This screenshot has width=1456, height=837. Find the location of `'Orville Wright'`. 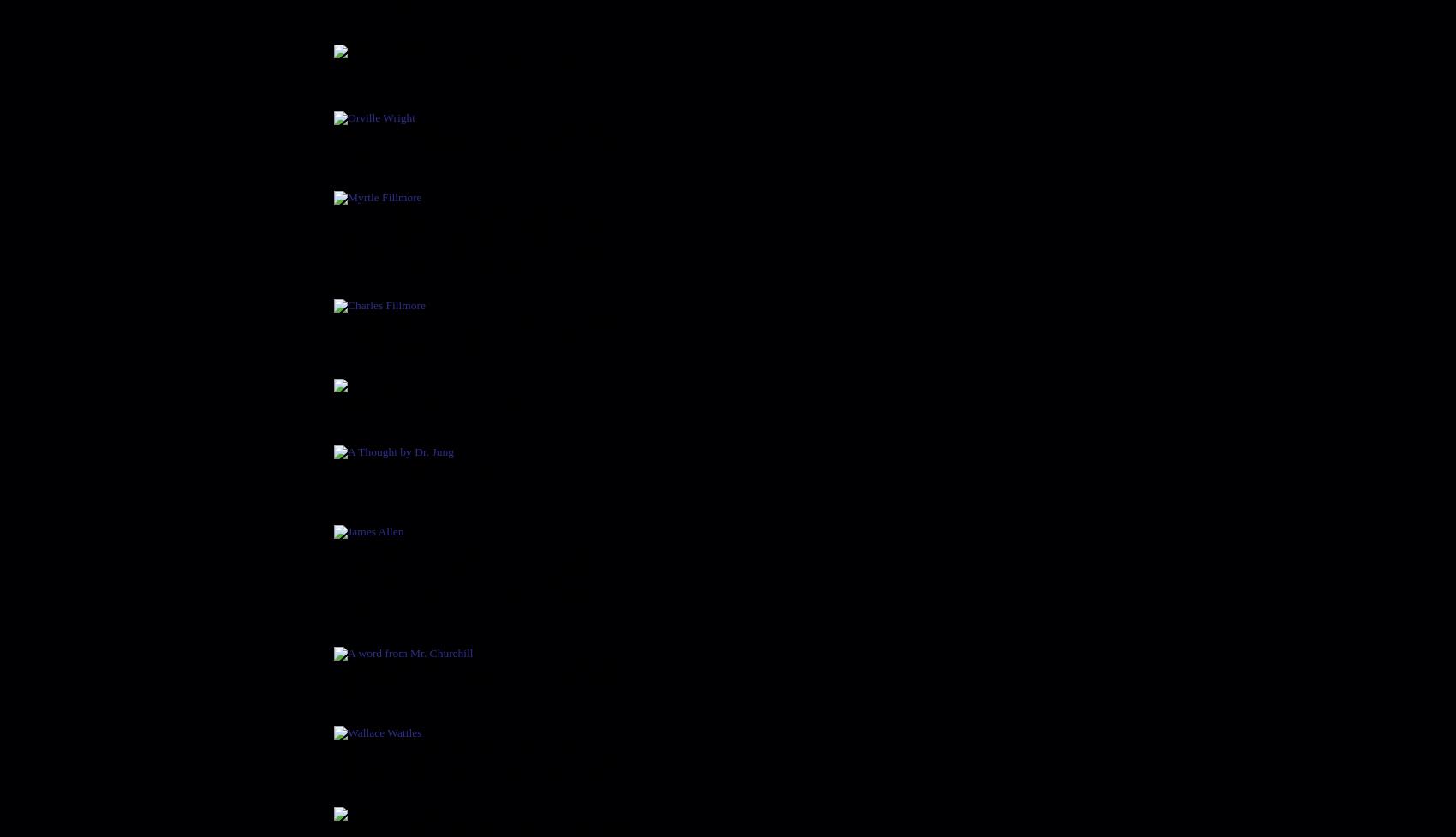

'Orville Wright' is located at coordinates (386, 97).